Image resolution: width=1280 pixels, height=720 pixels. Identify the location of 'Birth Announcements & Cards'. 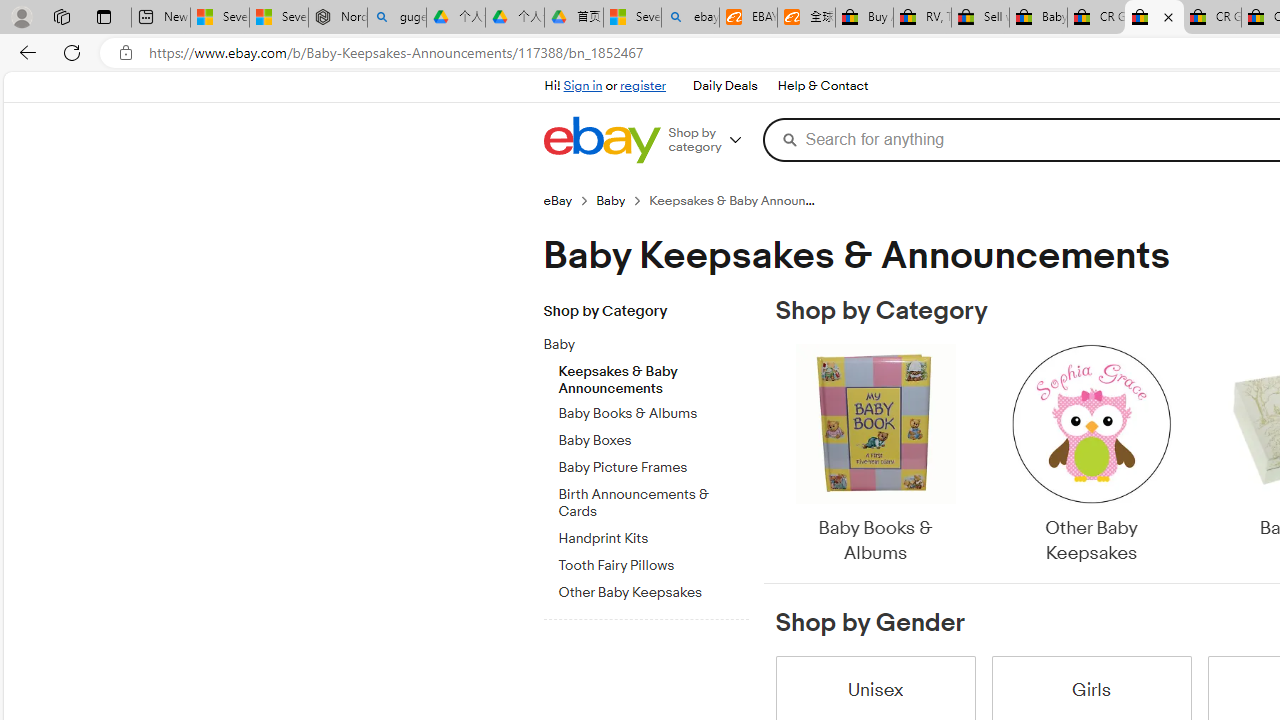
(653, 502).